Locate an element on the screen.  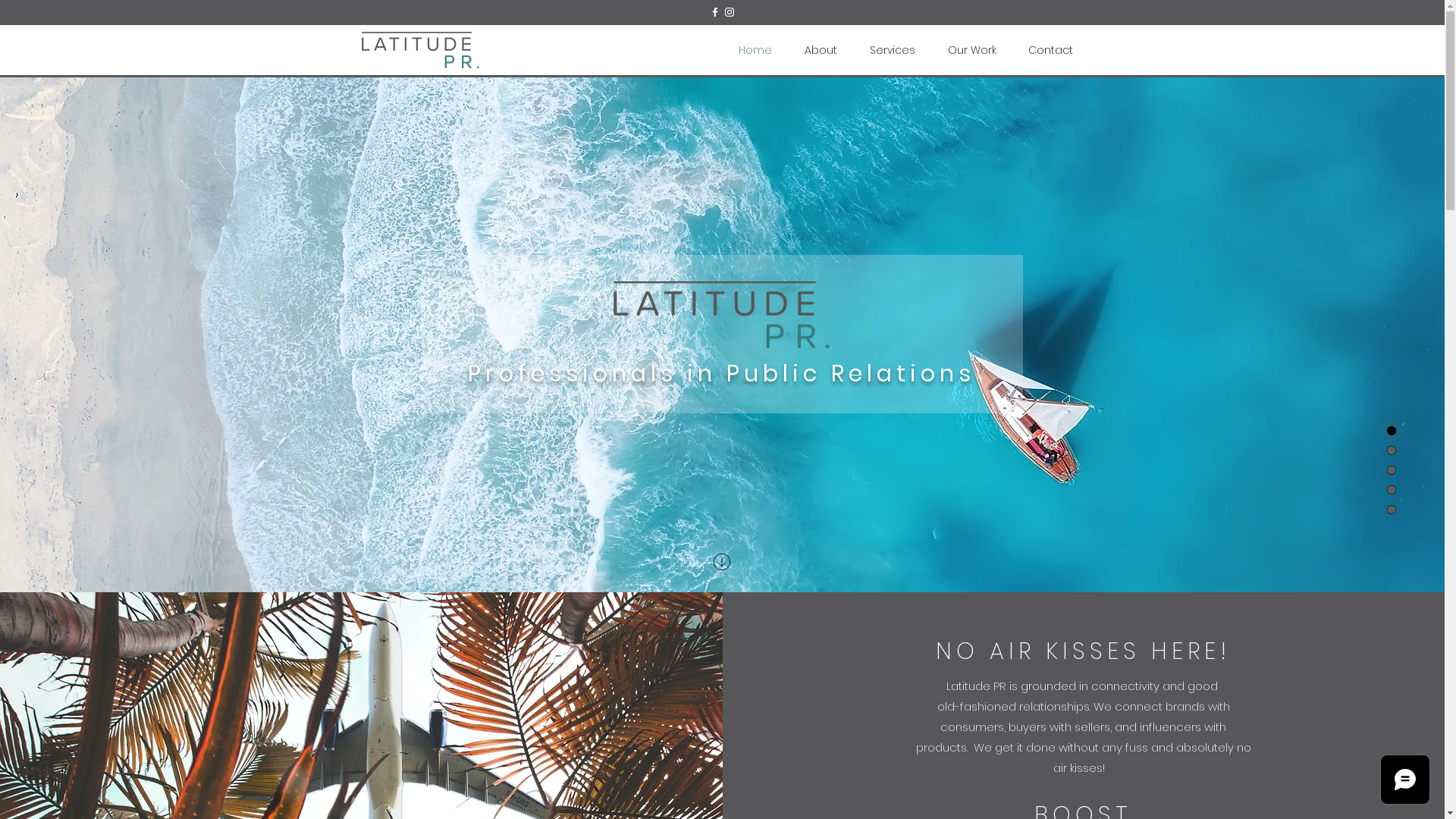
'Home' is located at coordinates (755, 49).